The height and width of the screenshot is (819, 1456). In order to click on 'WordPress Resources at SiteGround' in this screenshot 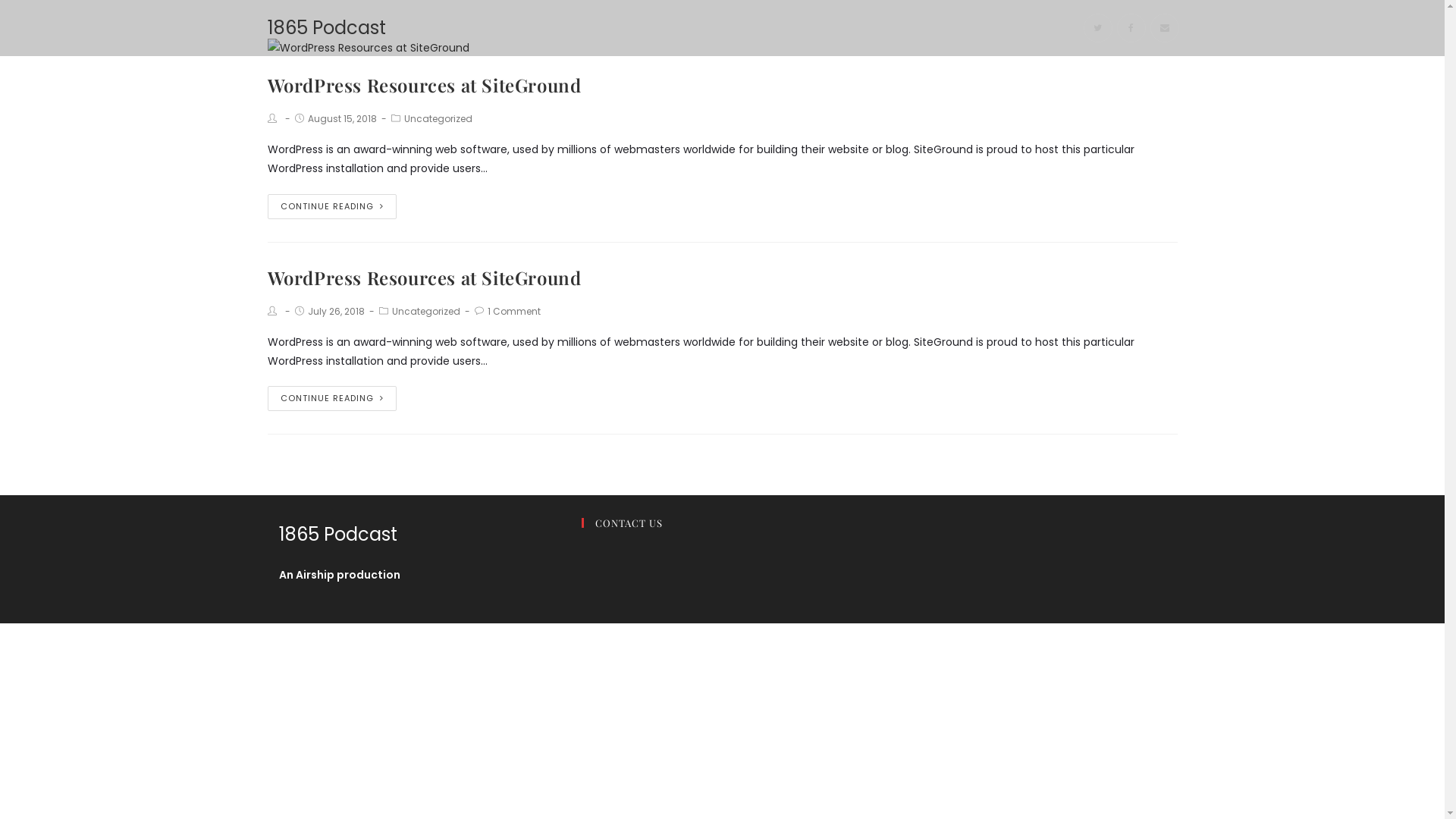, I will do `click(423, 278)`.